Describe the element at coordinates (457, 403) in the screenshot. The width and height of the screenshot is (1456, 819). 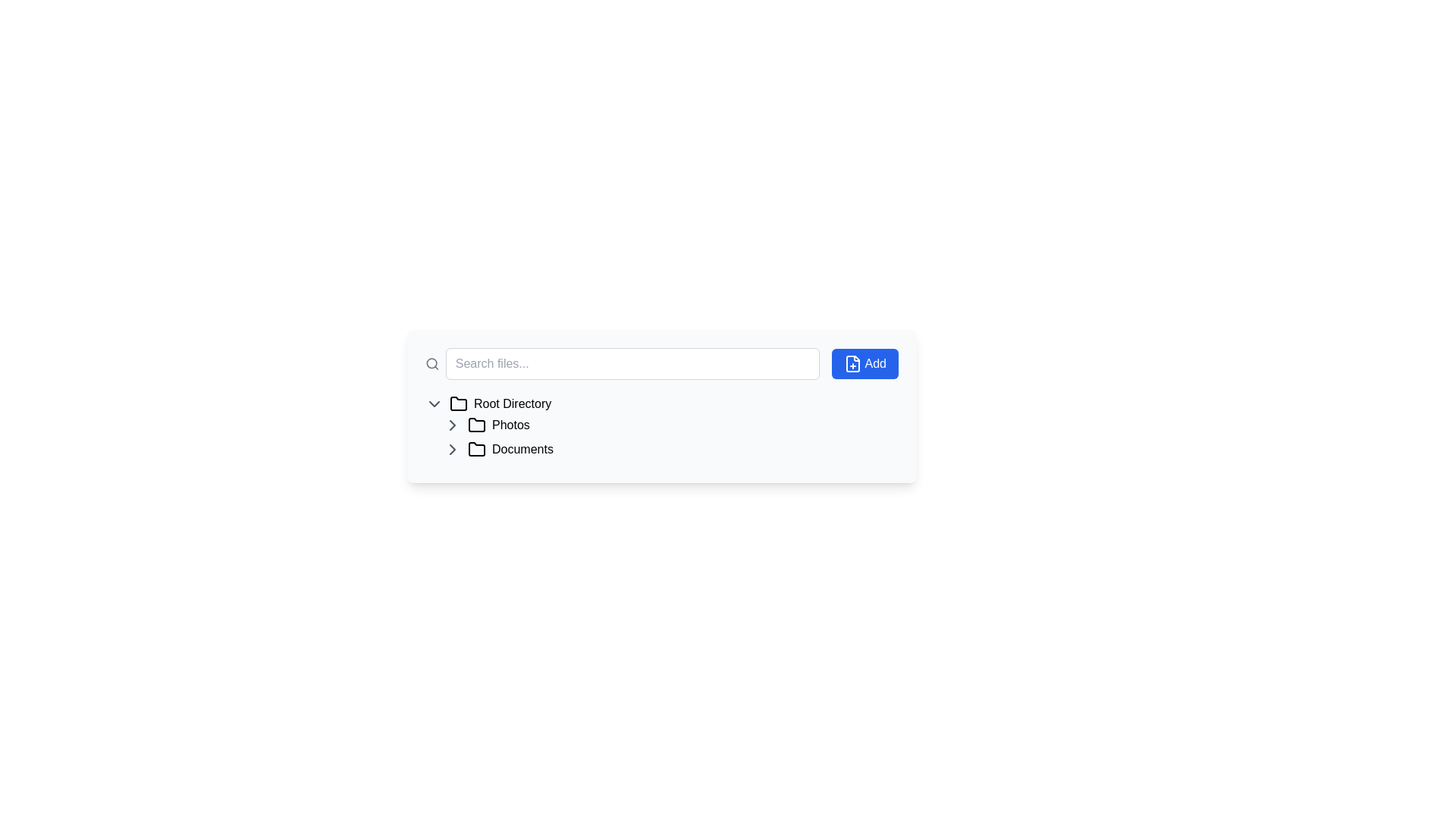
I see `the folder icon located` at that location.